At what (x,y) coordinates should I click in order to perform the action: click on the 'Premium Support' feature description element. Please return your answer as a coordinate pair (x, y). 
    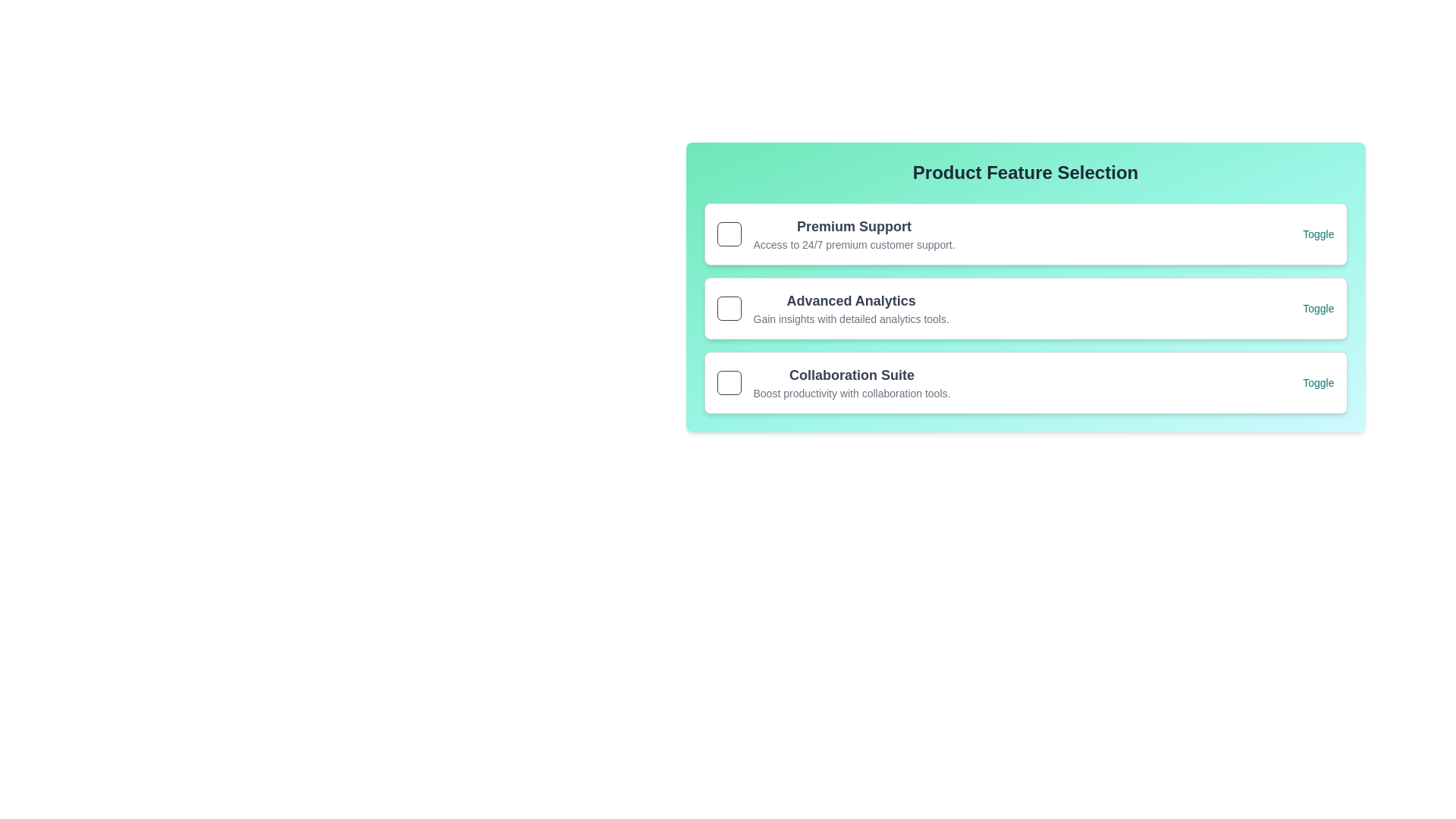
    Looking at the image, I should click on (854, 234).